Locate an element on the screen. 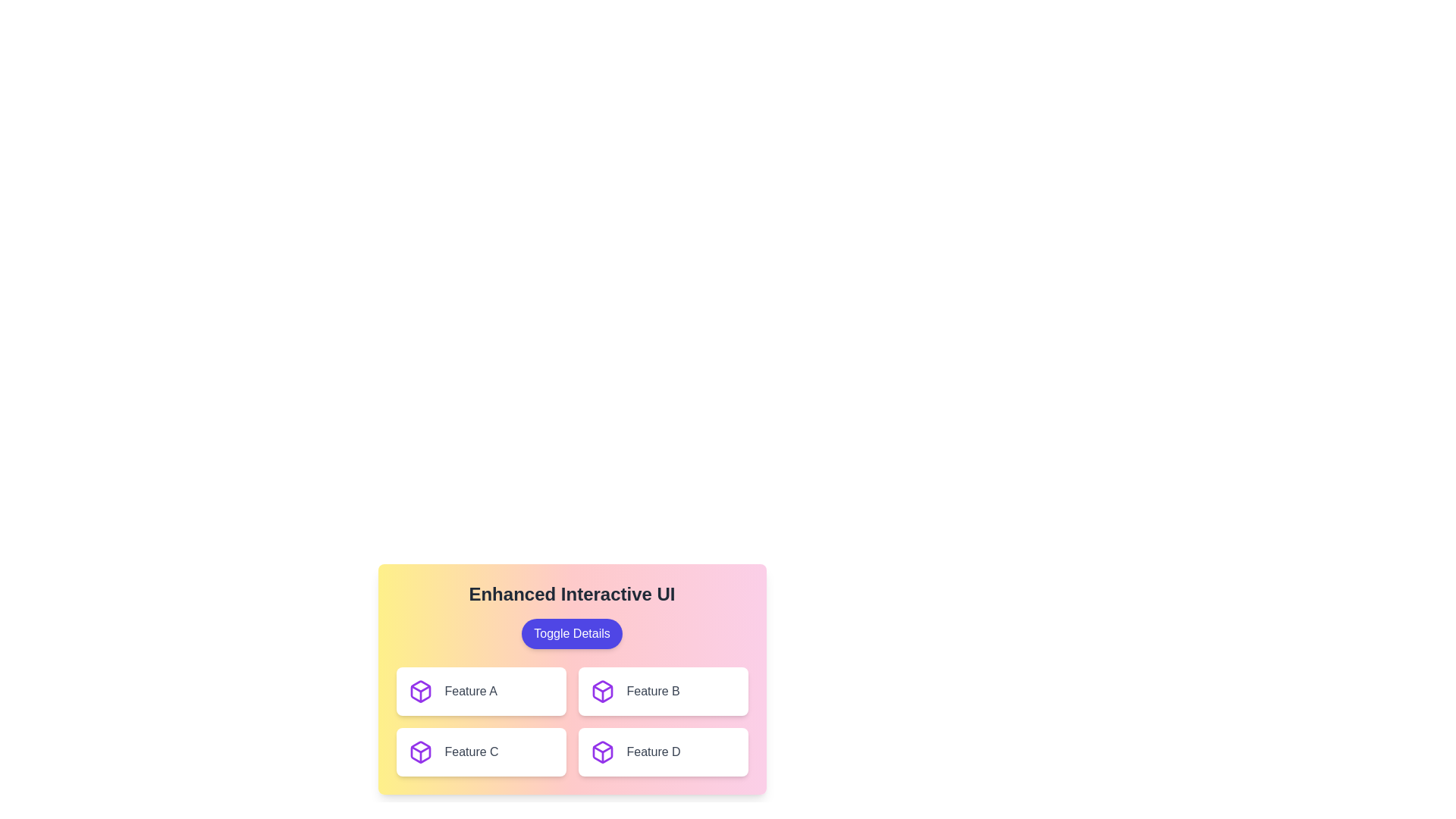 This screenshot has height=819, width=1456. the purple 3D box-like decorative icon labeled 'Feature D' located in the bottom-right corner of the fourth card in a two-by-two grid layout is located at coordinates (601, 752).